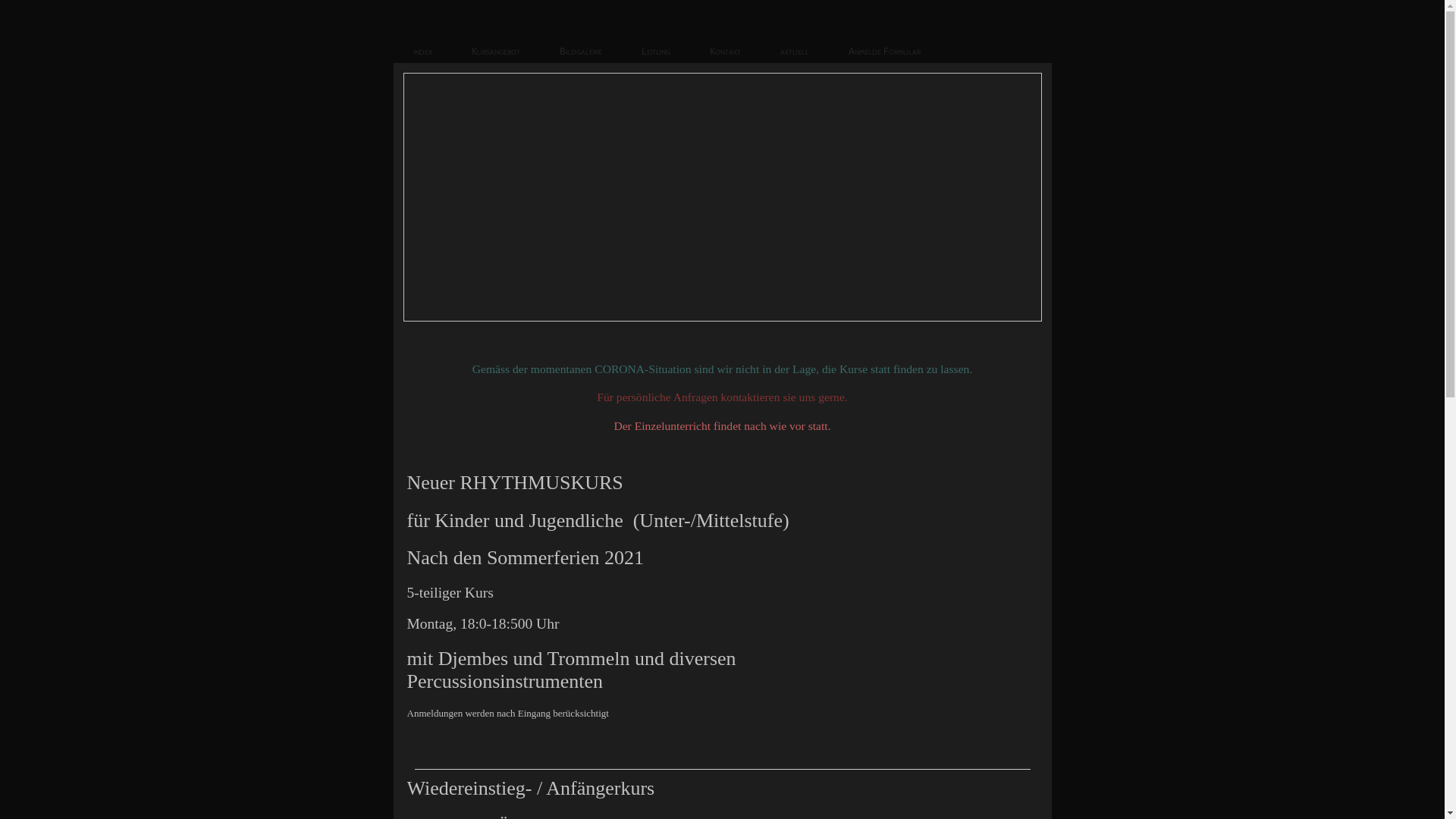  I want to click on 'Leitung', so click(655, 49).